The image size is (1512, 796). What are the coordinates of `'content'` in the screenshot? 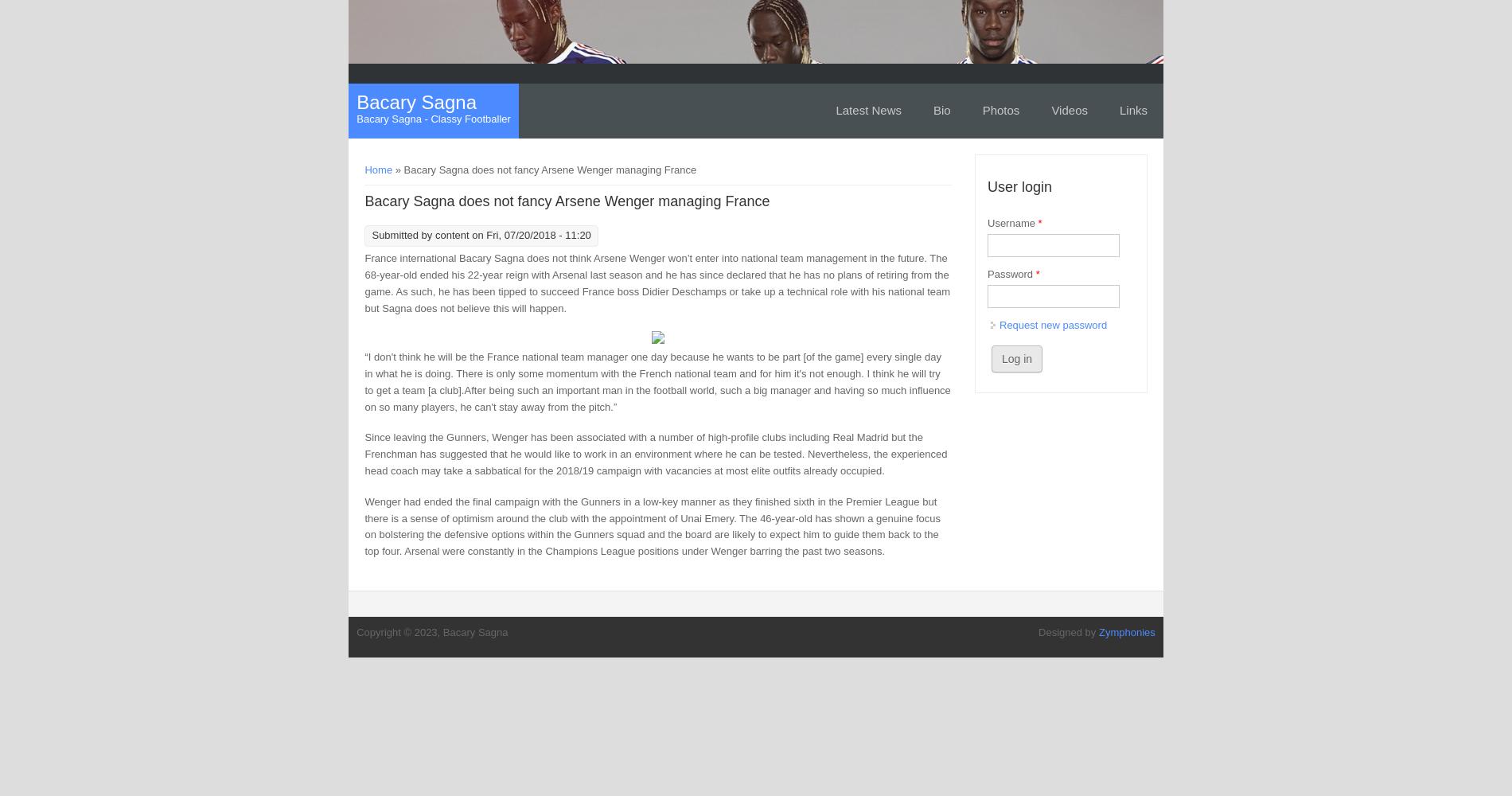 It's located at (451, 235).